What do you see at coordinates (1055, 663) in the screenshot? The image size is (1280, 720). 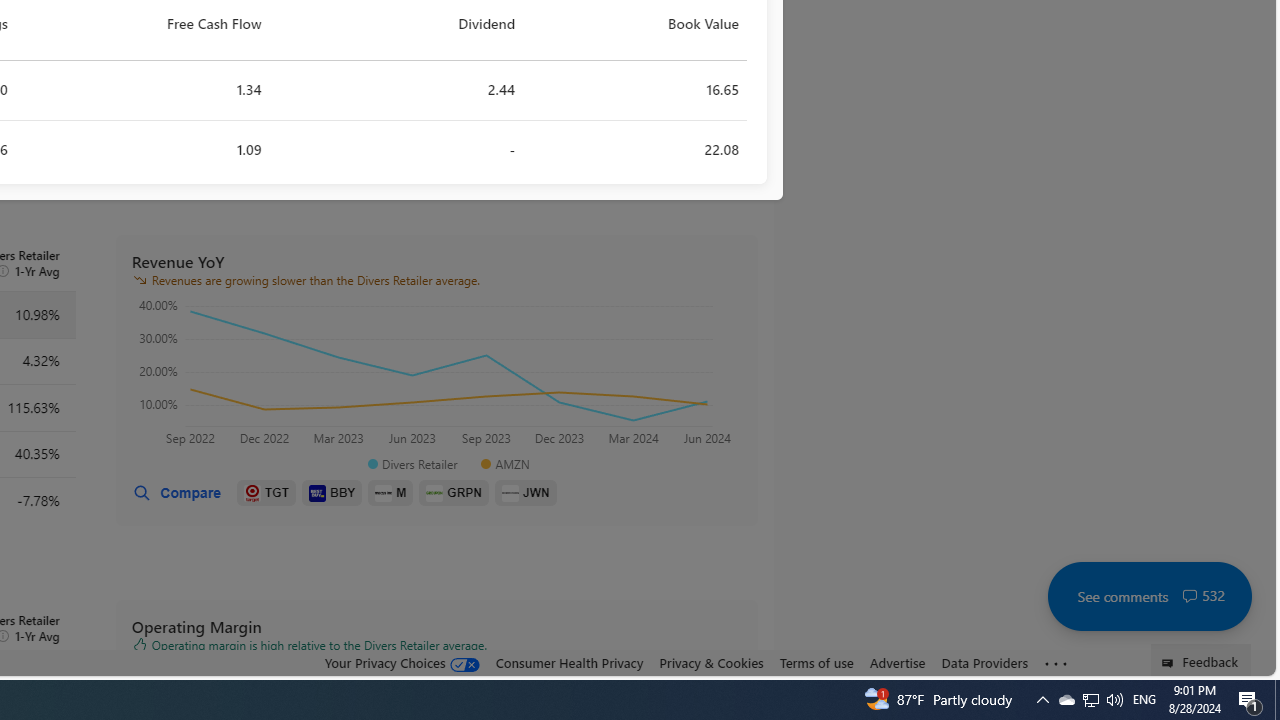 I see `'Class: oneFooter_seeMore-DS-EntryPoint1-1'` at bounding box center [1055, 663].